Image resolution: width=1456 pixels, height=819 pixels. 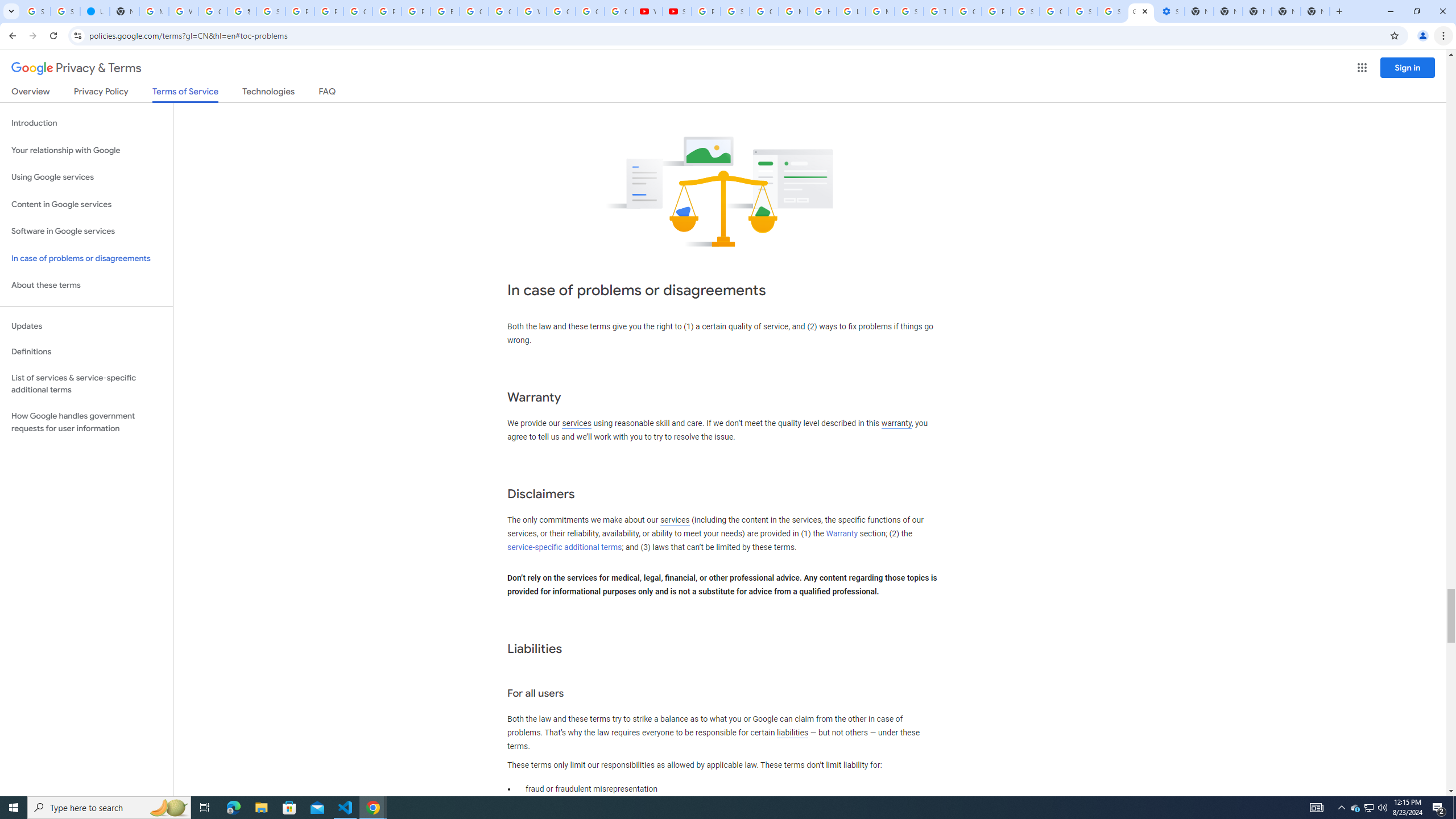 What do you see at coordinates (967, 11) in the screenshot?
I see `'Google Ads - Sign in'` at bounding box center [967, 11].